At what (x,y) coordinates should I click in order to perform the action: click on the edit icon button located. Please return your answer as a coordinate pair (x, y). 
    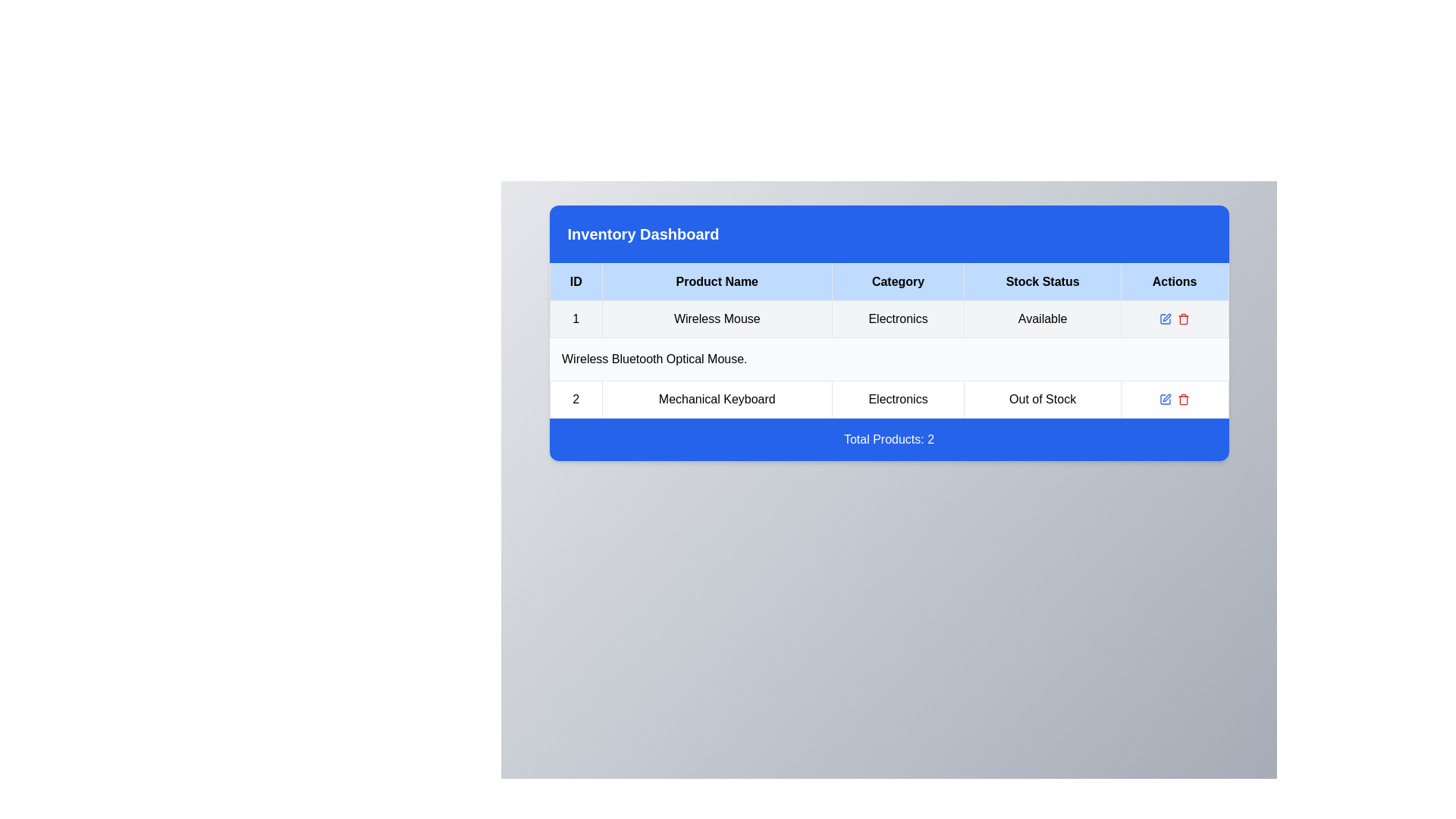
    Looking at the image, I should click on (1166, 397).